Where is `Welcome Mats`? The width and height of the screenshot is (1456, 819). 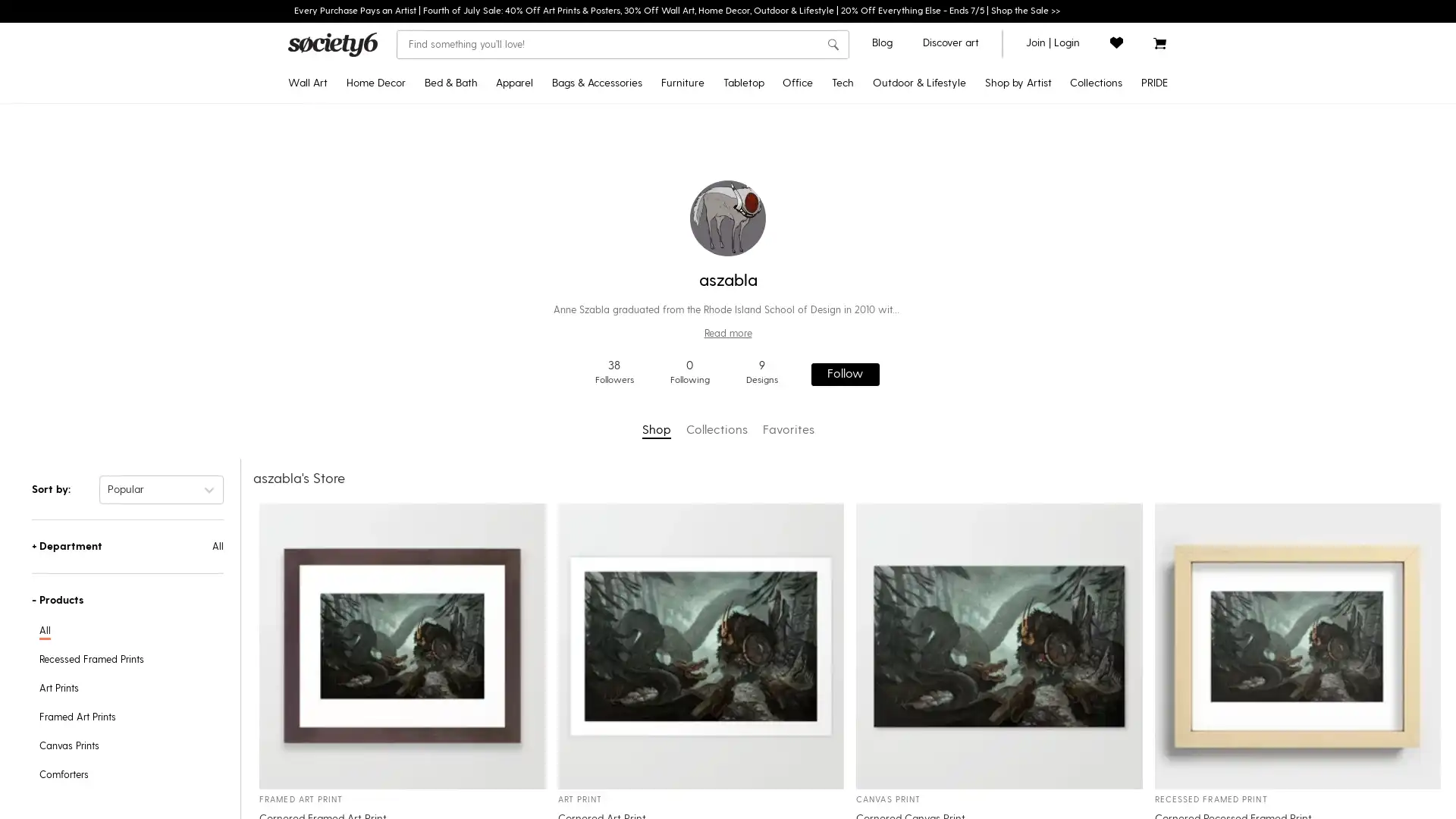 Welcome Mats is located at coordinates (939, 268).